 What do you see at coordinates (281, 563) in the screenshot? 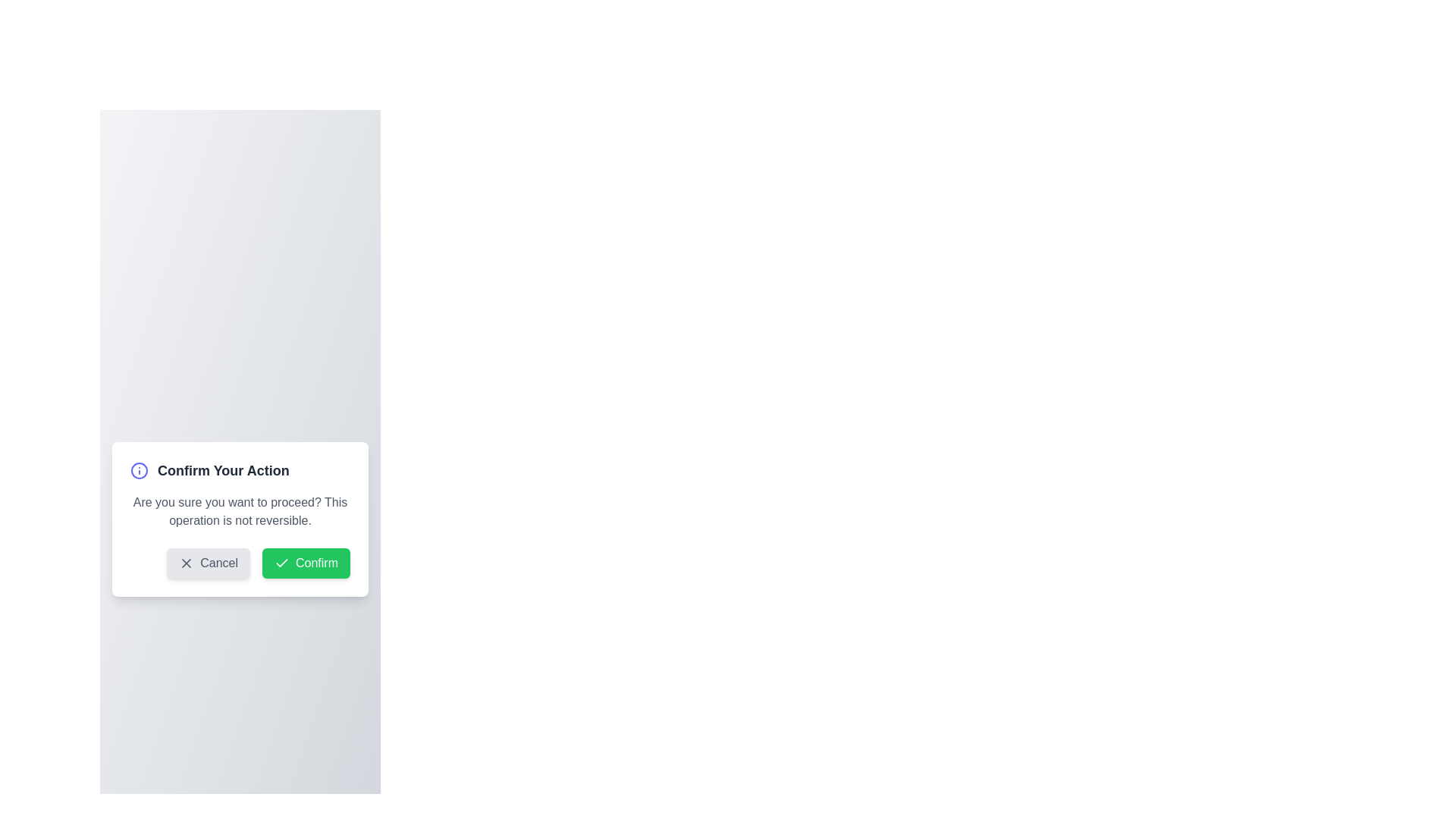
I see `the small white checkmark icon located inside the green 'Confirm' button at the bottom-right section of the confirmation dialog to confirm` at bounding box center [281, 563].